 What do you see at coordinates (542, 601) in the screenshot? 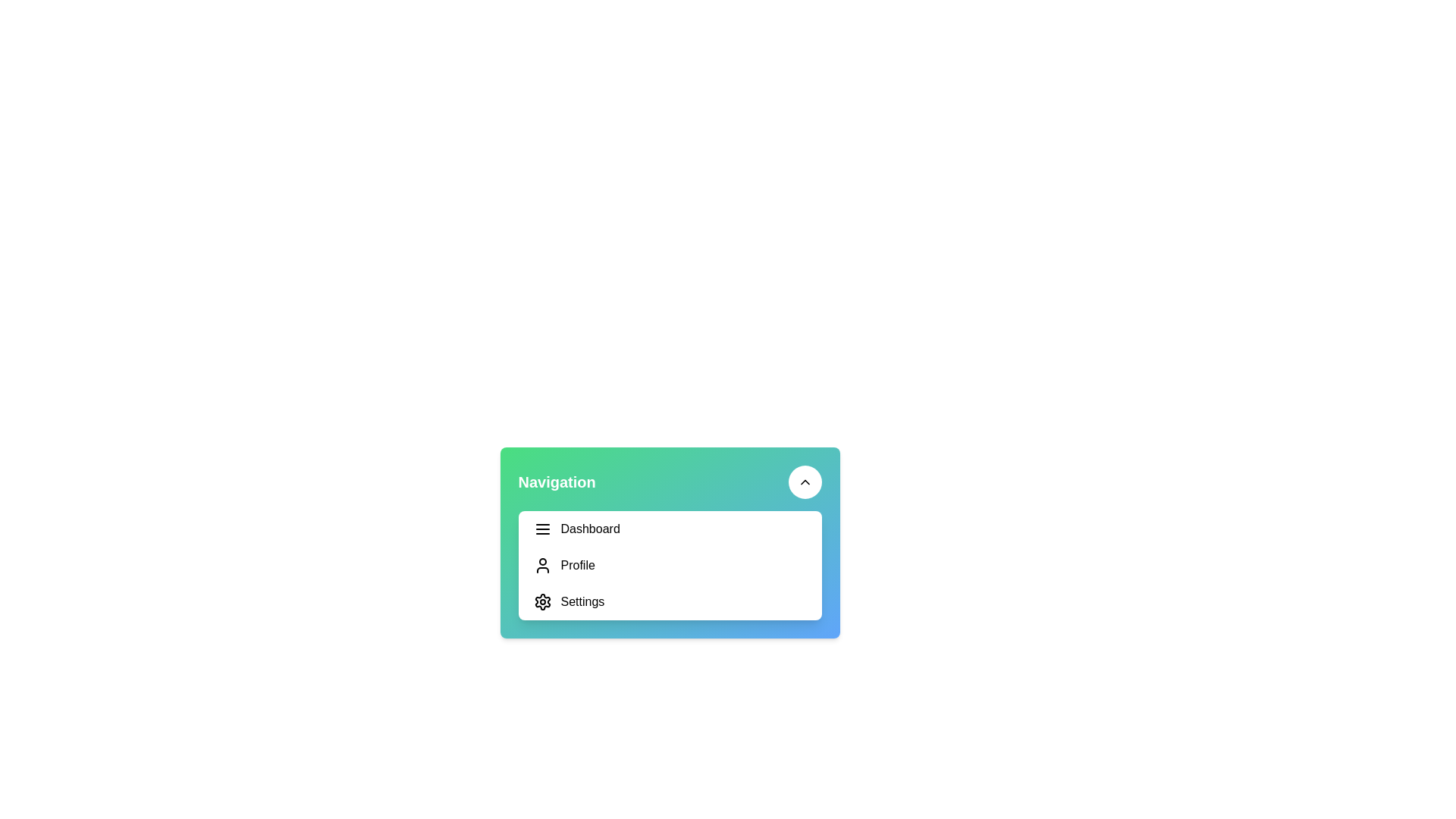
I see `the 'Settings' icon located to the left of the 'Settings' text in the navigation list` at bounding box center [542, 601].